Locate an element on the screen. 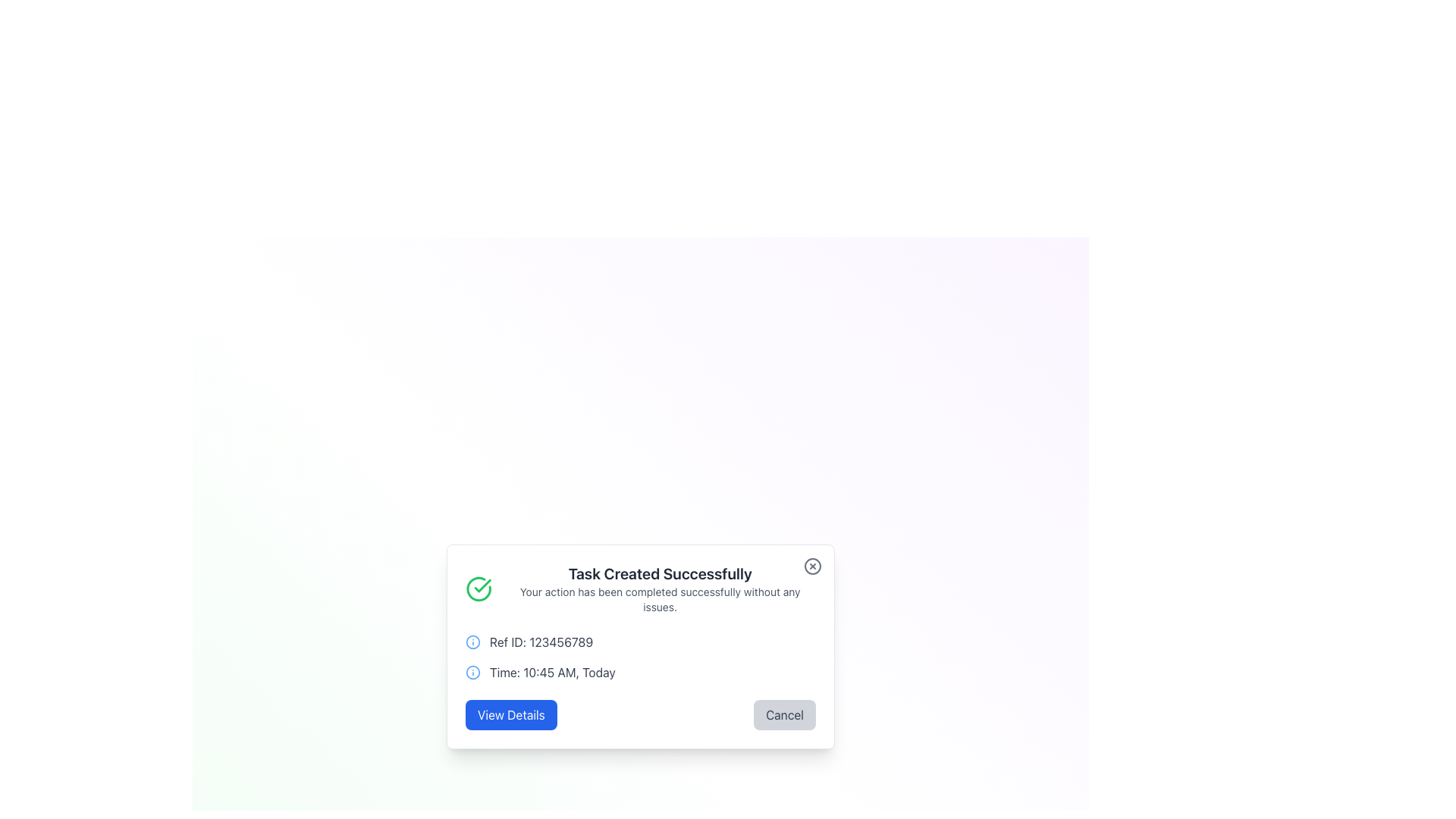 This screenshot has height=819, width=1456. the button located in the lower-left corner of the dialog box is located at coordinates (511, 714).